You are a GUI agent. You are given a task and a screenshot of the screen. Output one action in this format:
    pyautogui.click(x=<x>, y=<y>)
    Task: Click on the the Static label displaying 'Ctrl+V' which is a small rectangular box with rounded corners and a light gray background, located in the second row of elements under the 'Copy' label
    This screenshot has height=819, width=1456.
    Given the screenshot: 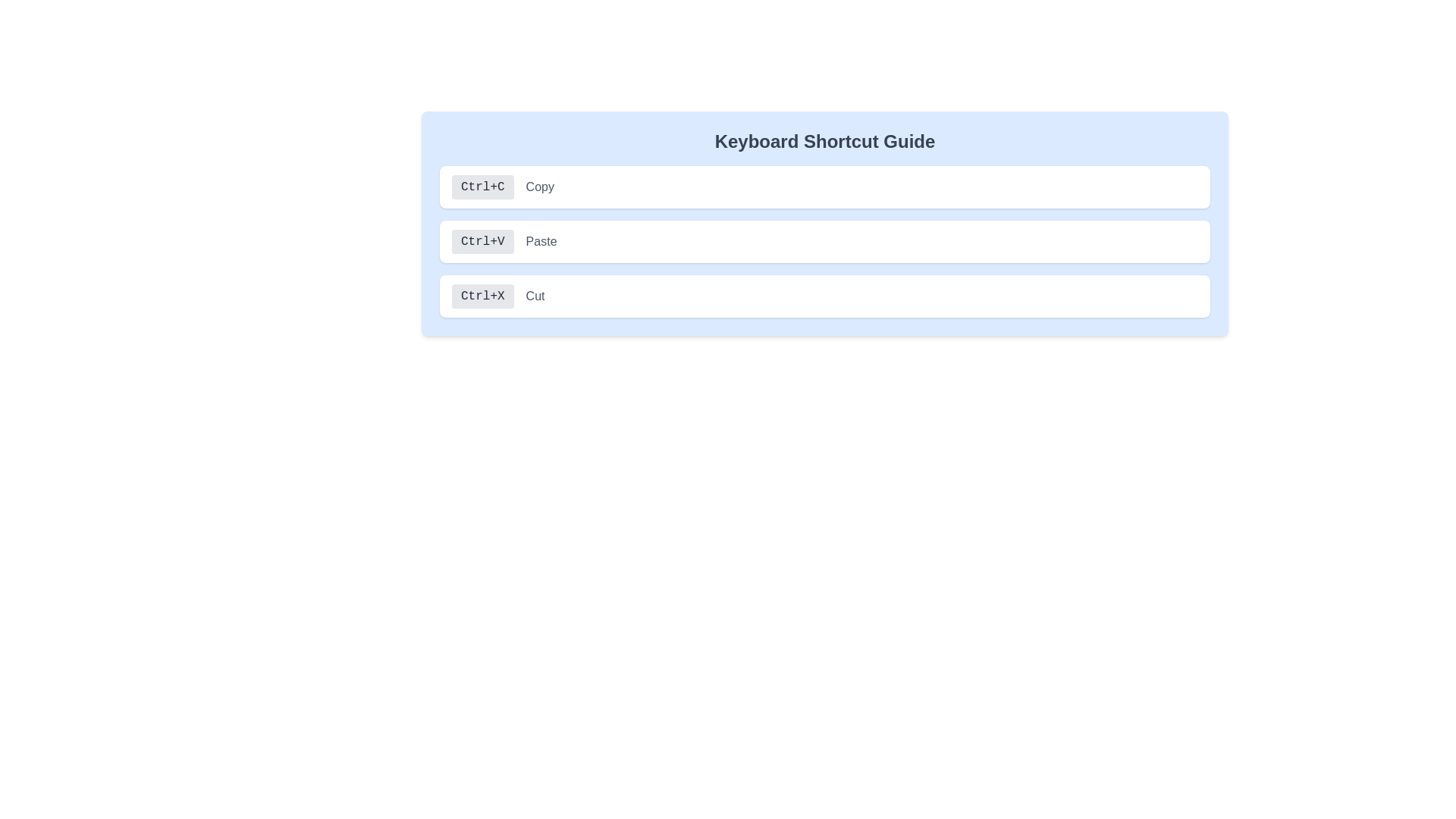 What is the action you would take?
    pyautogui.click(x=482, y=241)
    